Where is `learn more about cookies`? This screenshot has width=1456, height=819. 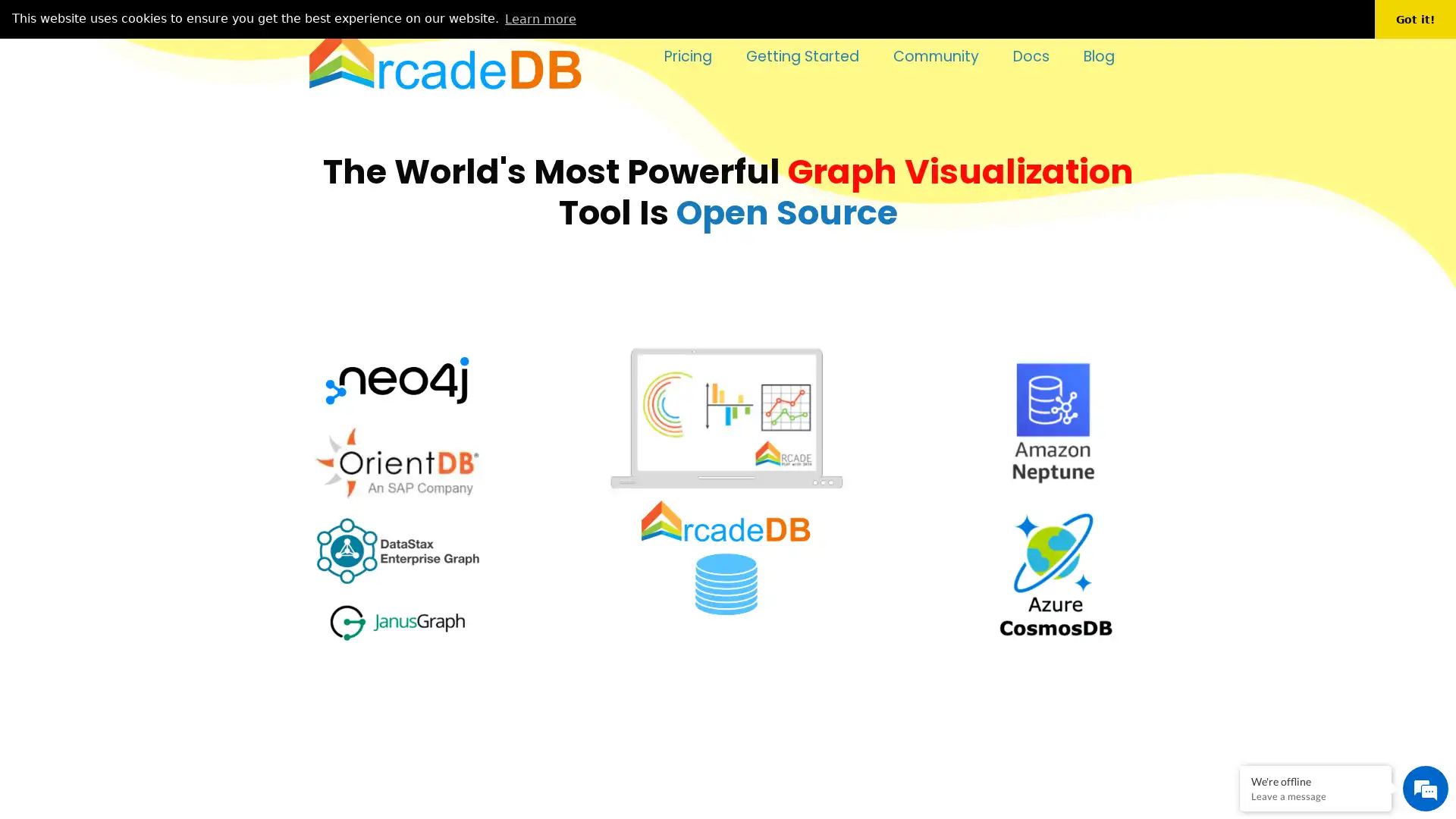
learn more about cookies is located at coordinates (541, 18).